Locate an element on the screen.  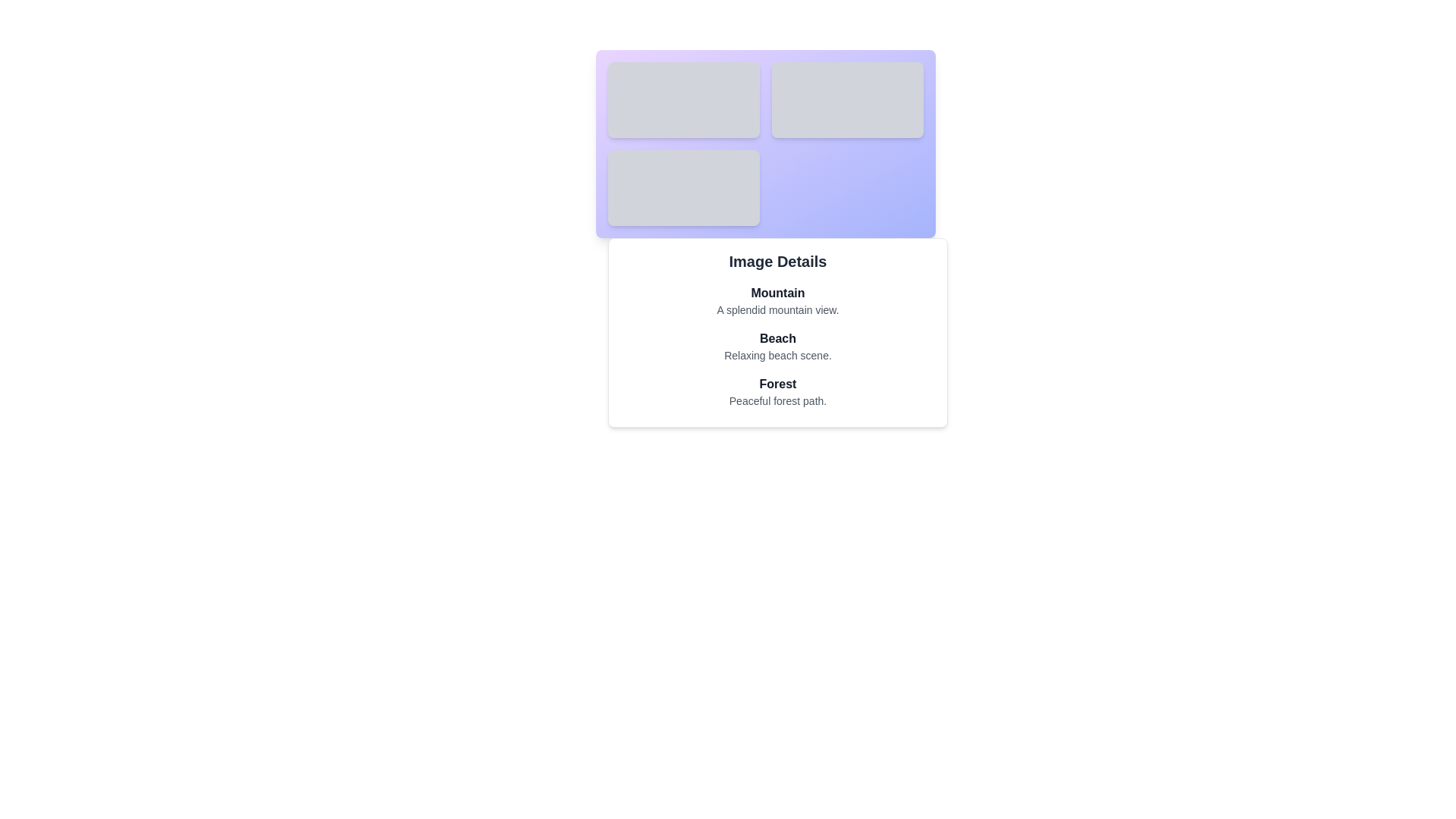
the interactive panel element, which is a rounded rectangle, light gray in color, located in the upper left corner of the grid layout is located at coordinates (683, 99).